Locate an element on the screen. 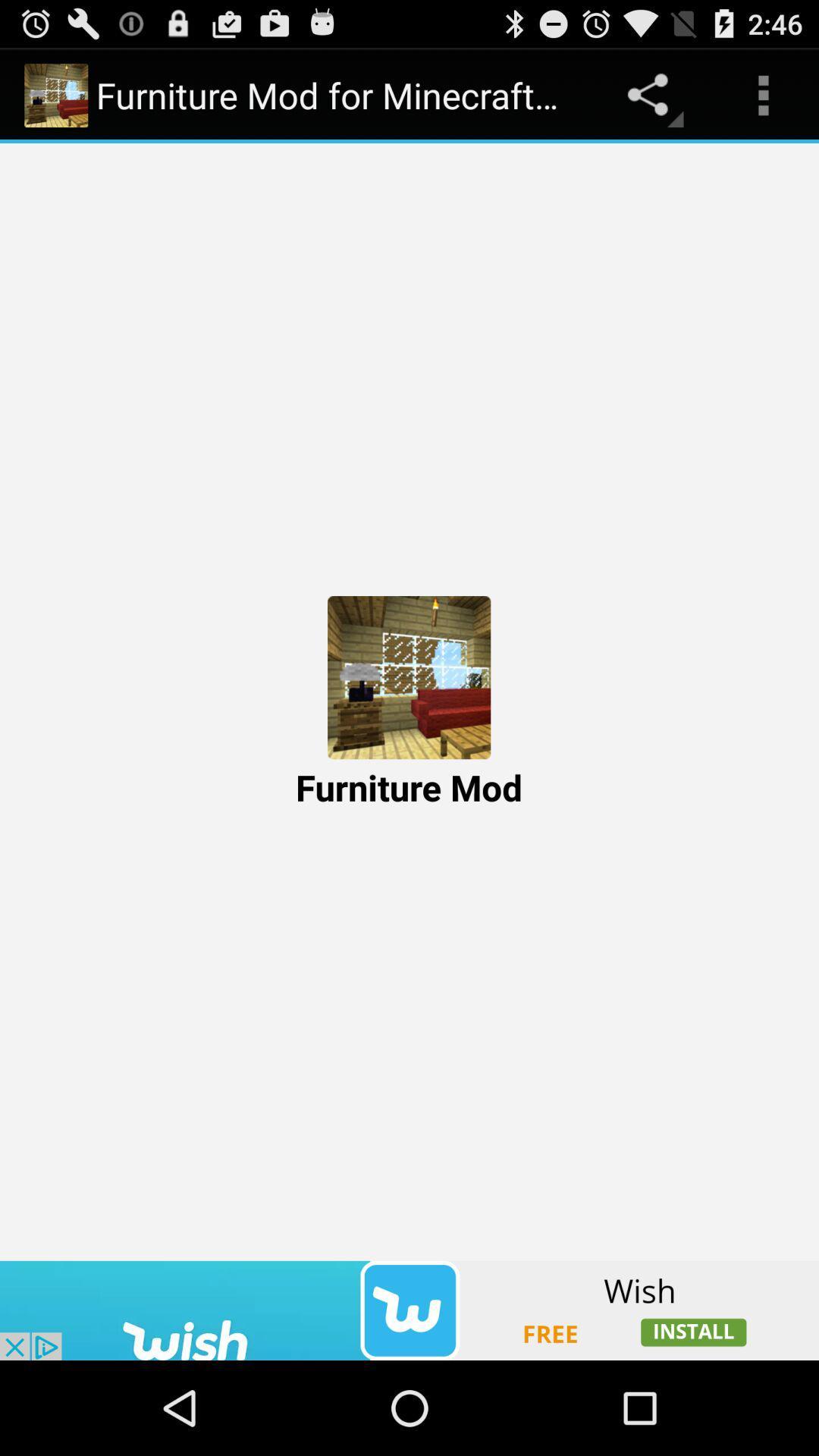 The width and height of the screenshot is (819, 1456). install wish is located at coordinates (409, 1310).